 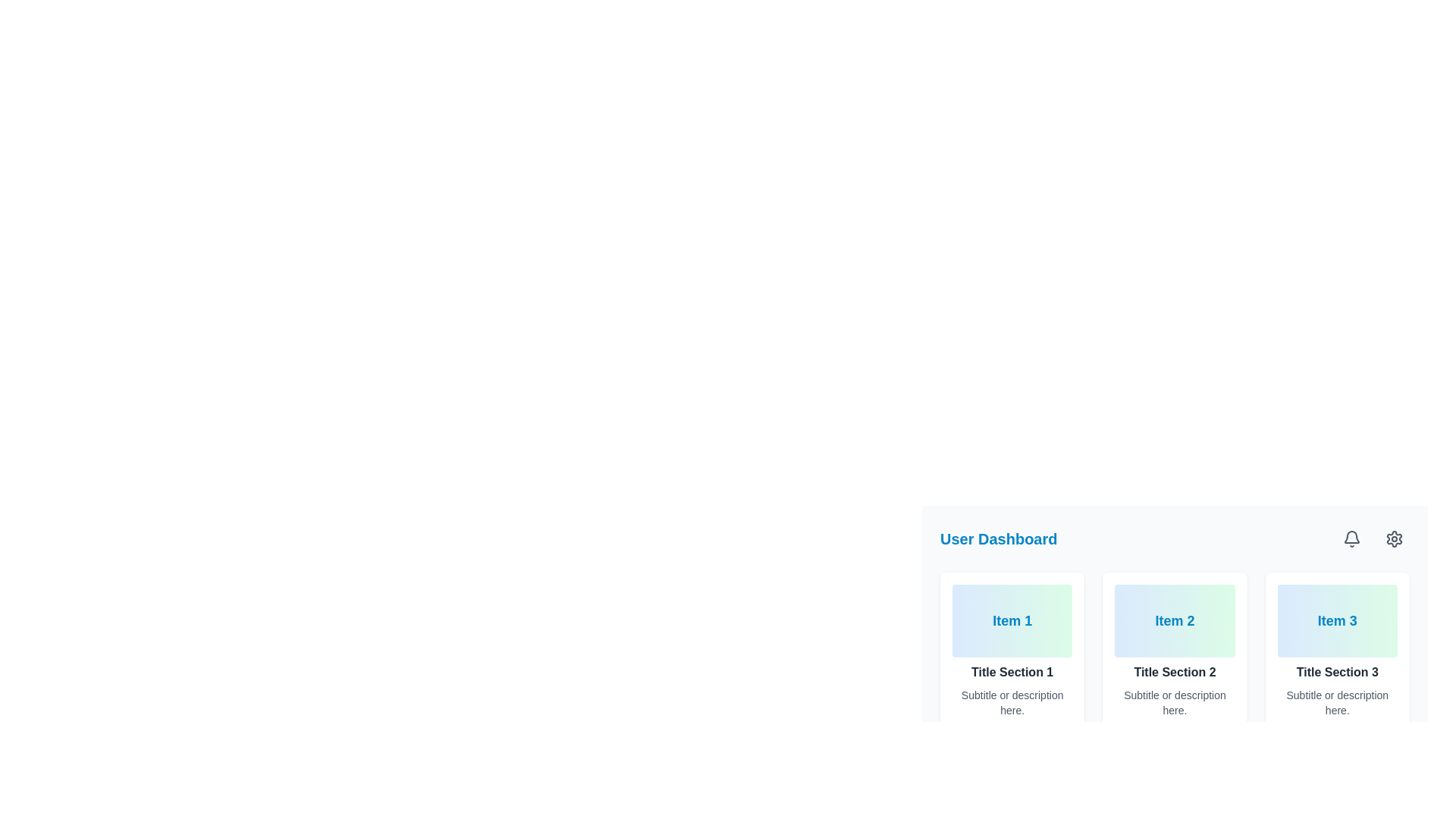 What do you see at coordinates (1174, 604) in the screenshot?
I see `the interactive card module located` at bounding box center [1174, 604].